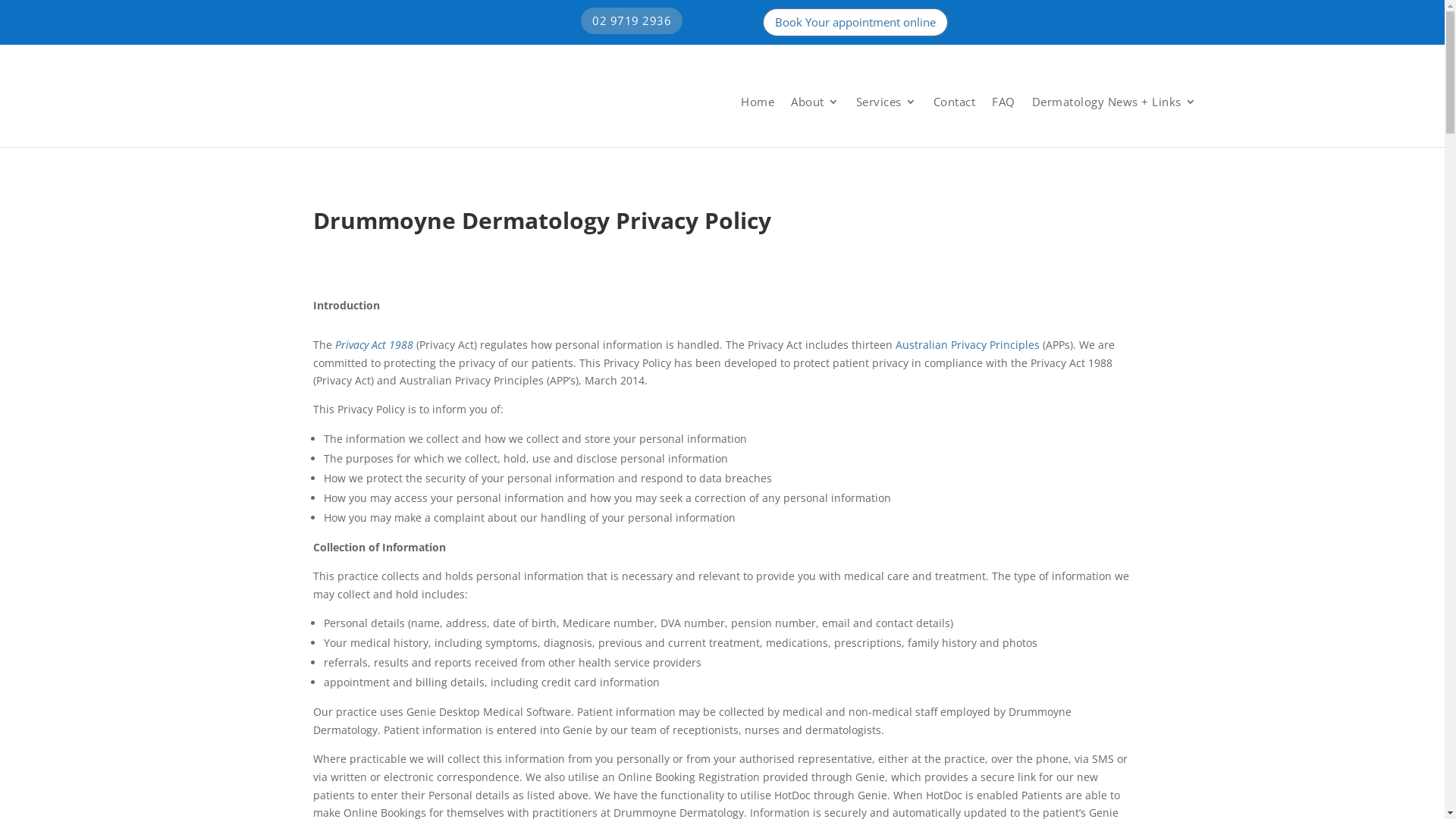 This screenshot has width=1456, height=819. I want to click on 'Australian Privacy Principles', so click(966, 344).